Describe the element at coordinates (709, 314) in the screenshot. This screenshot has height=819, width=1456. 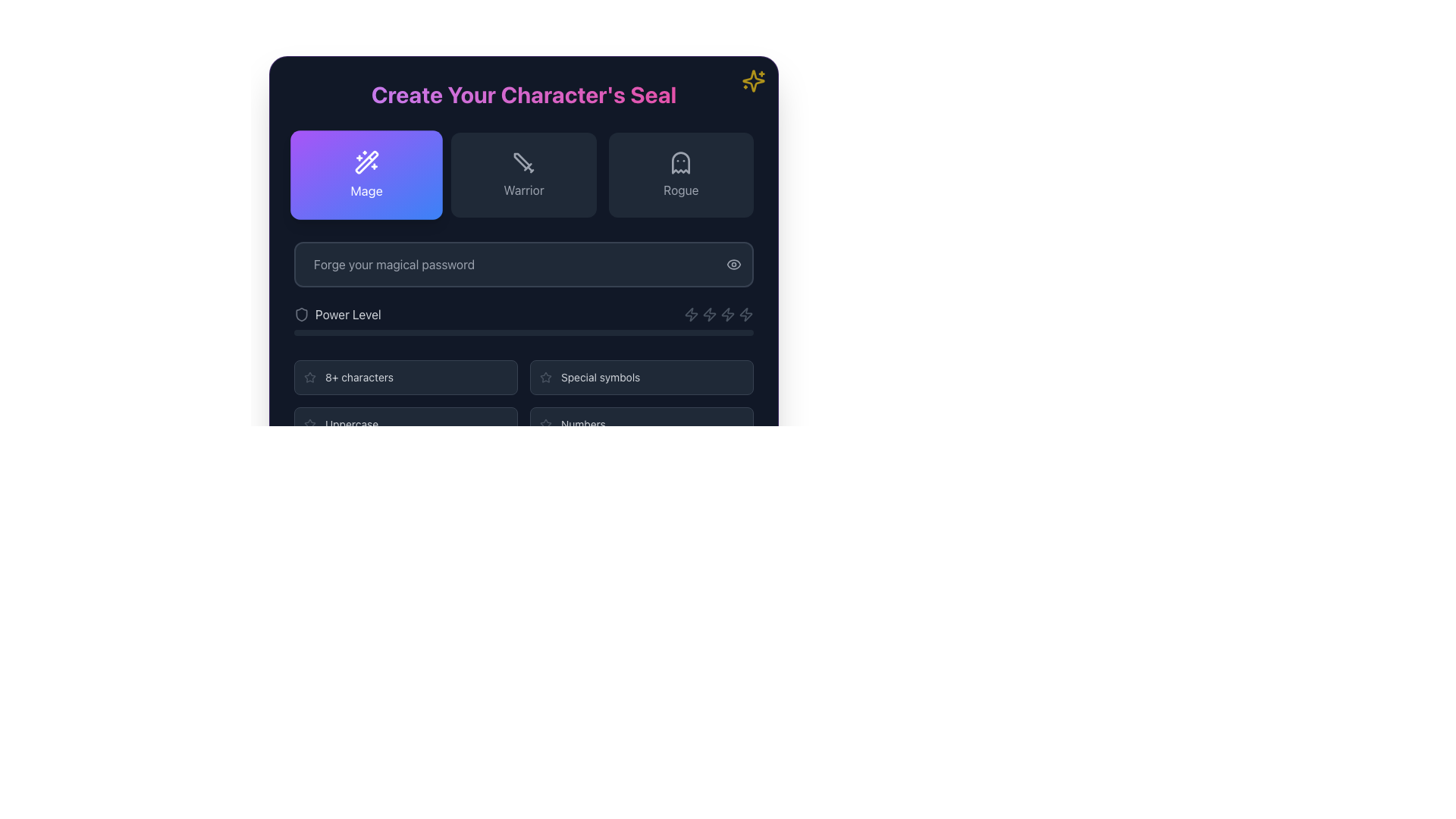
I see `the lightning bolt-shaped icon in the lower right section of the interface, which represents power or speed functions` at that location.